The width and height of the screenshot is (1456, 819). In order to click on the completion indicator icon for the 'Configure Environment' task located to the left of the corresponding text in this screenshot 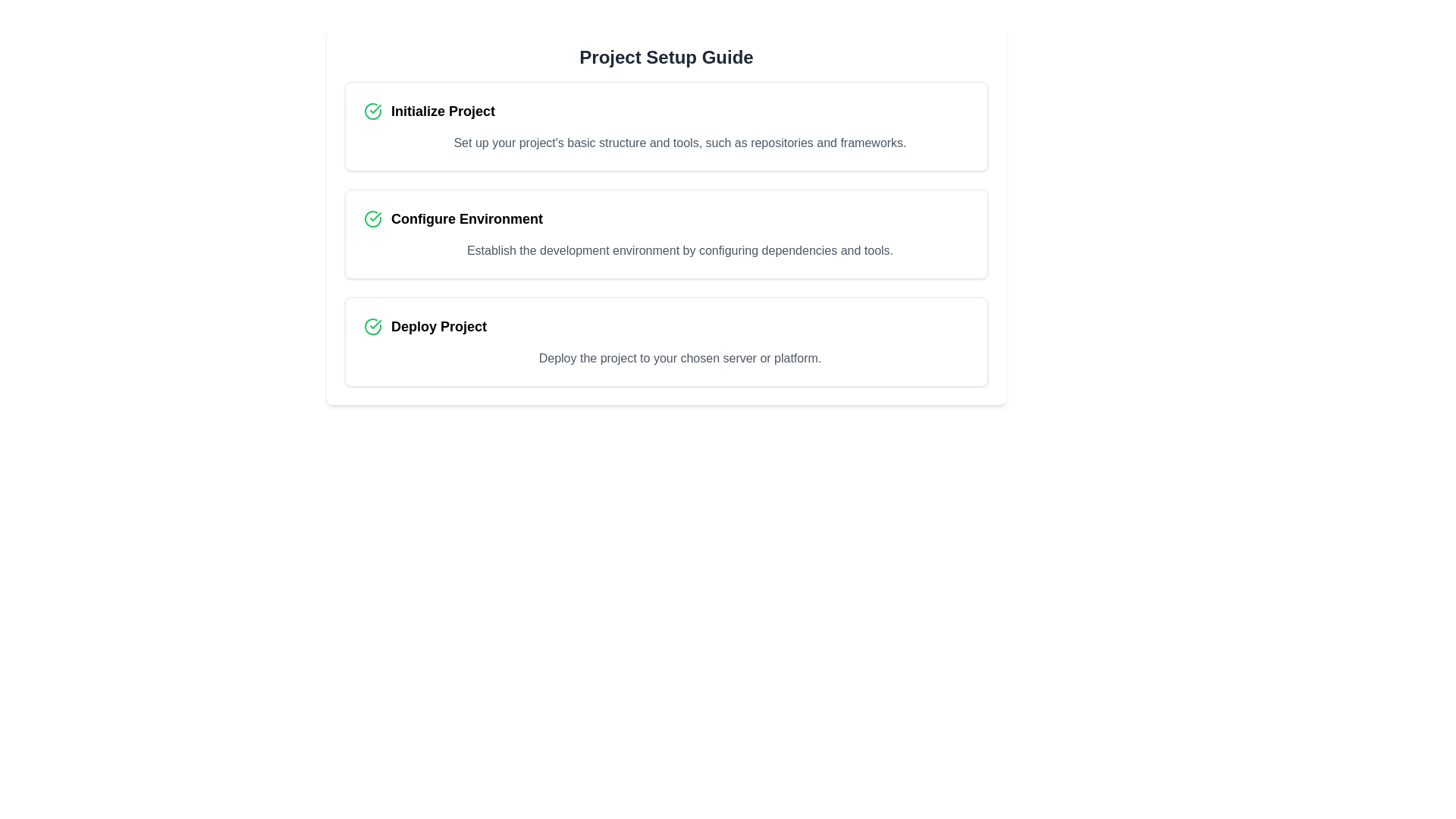, I will do `click(372, 219)`.